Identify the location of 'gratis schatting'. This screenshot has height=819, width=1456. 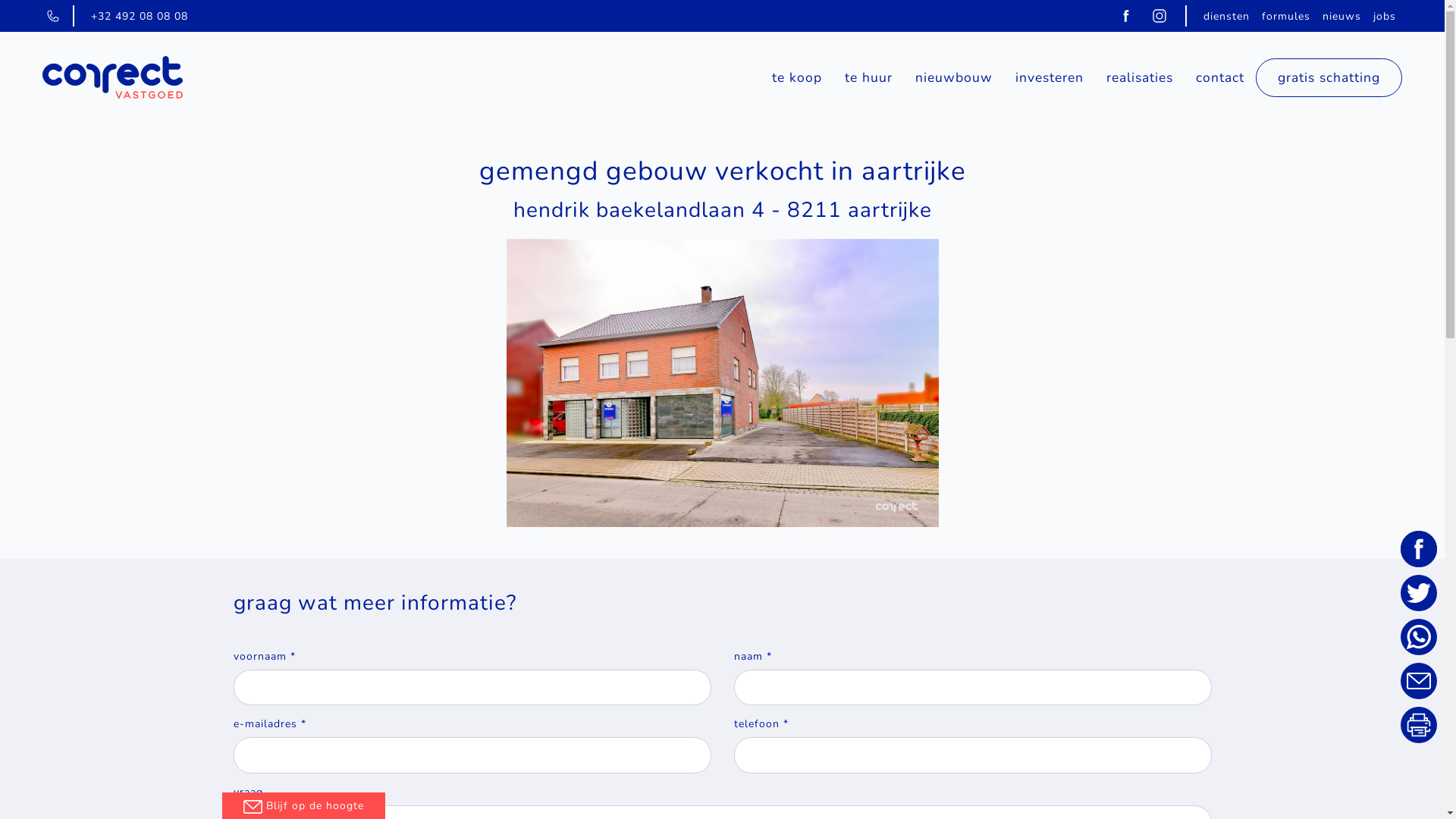
(1328, 77).